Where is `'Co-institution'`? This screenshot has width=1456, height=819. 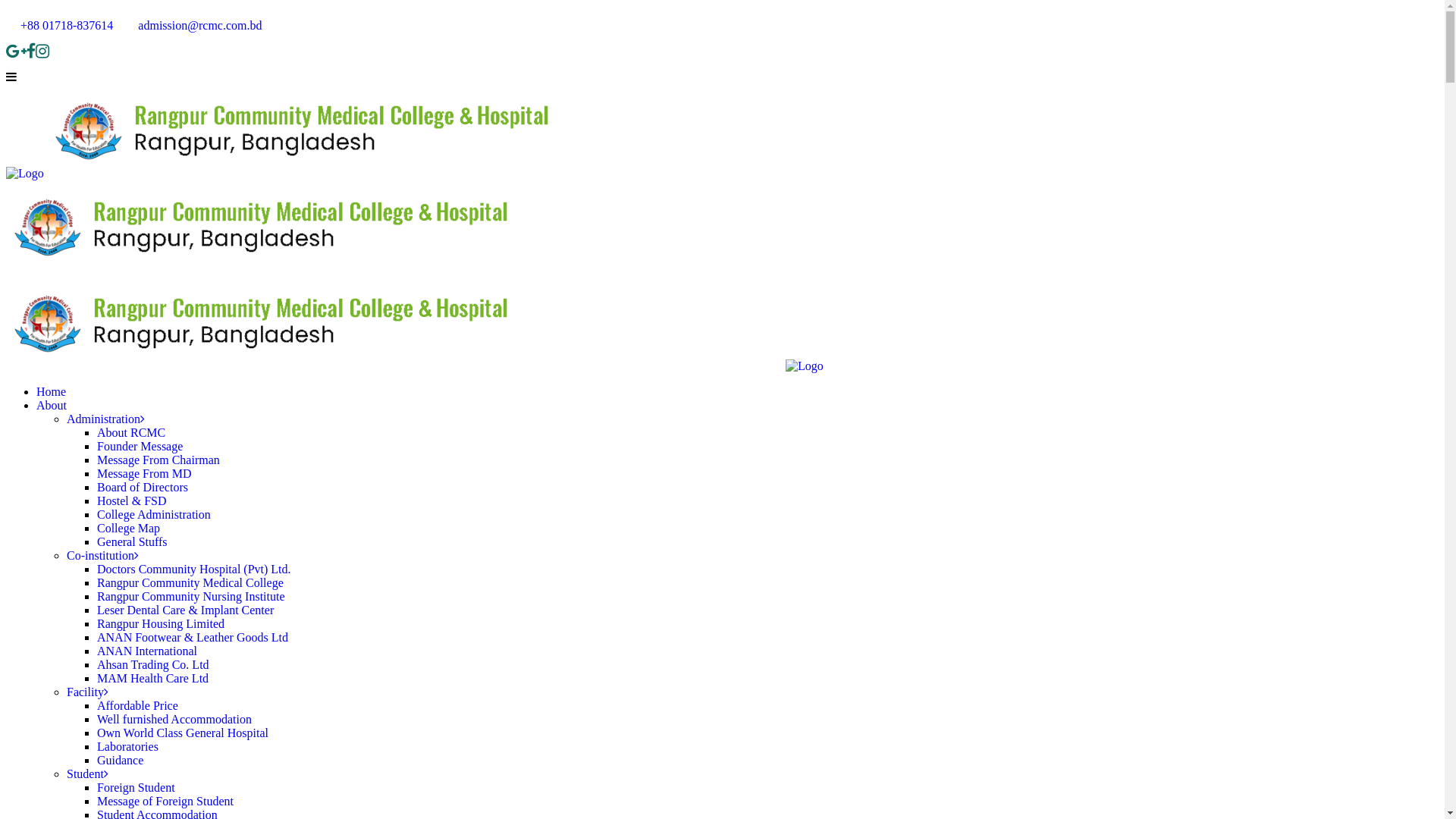
'Co-institution' is located at coordinates (102, 555).